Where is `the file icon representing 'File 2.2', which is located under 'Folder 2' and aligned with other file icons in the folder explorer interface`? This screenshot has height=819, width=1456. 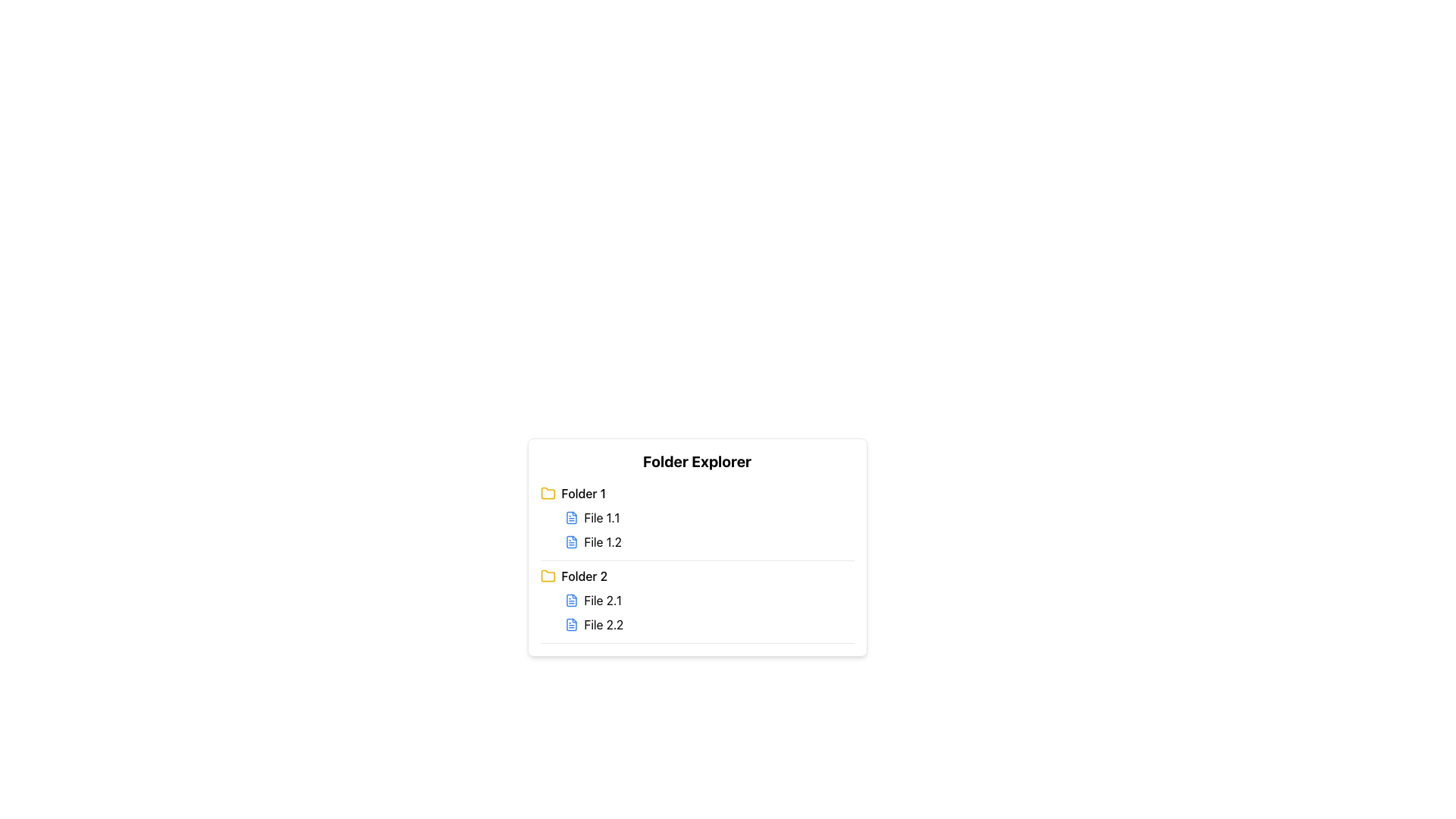
the file icon representing 'File 2.2', which is located under 'Folder 2' and aligned with other file icons in the folder explorer interface is located at coordinates (570, 625).